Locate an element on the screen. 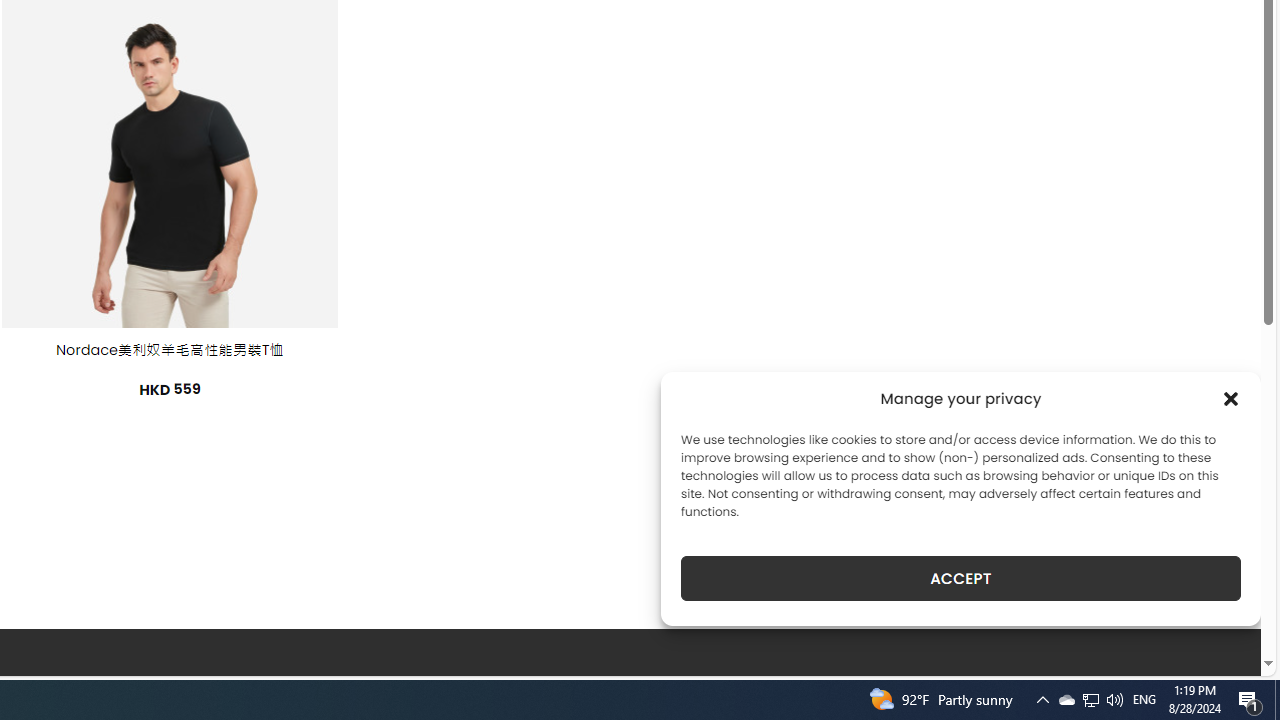 This screenshot has width=1280, height=720. 'ACCEPT' is located at coordinates (961, 578).